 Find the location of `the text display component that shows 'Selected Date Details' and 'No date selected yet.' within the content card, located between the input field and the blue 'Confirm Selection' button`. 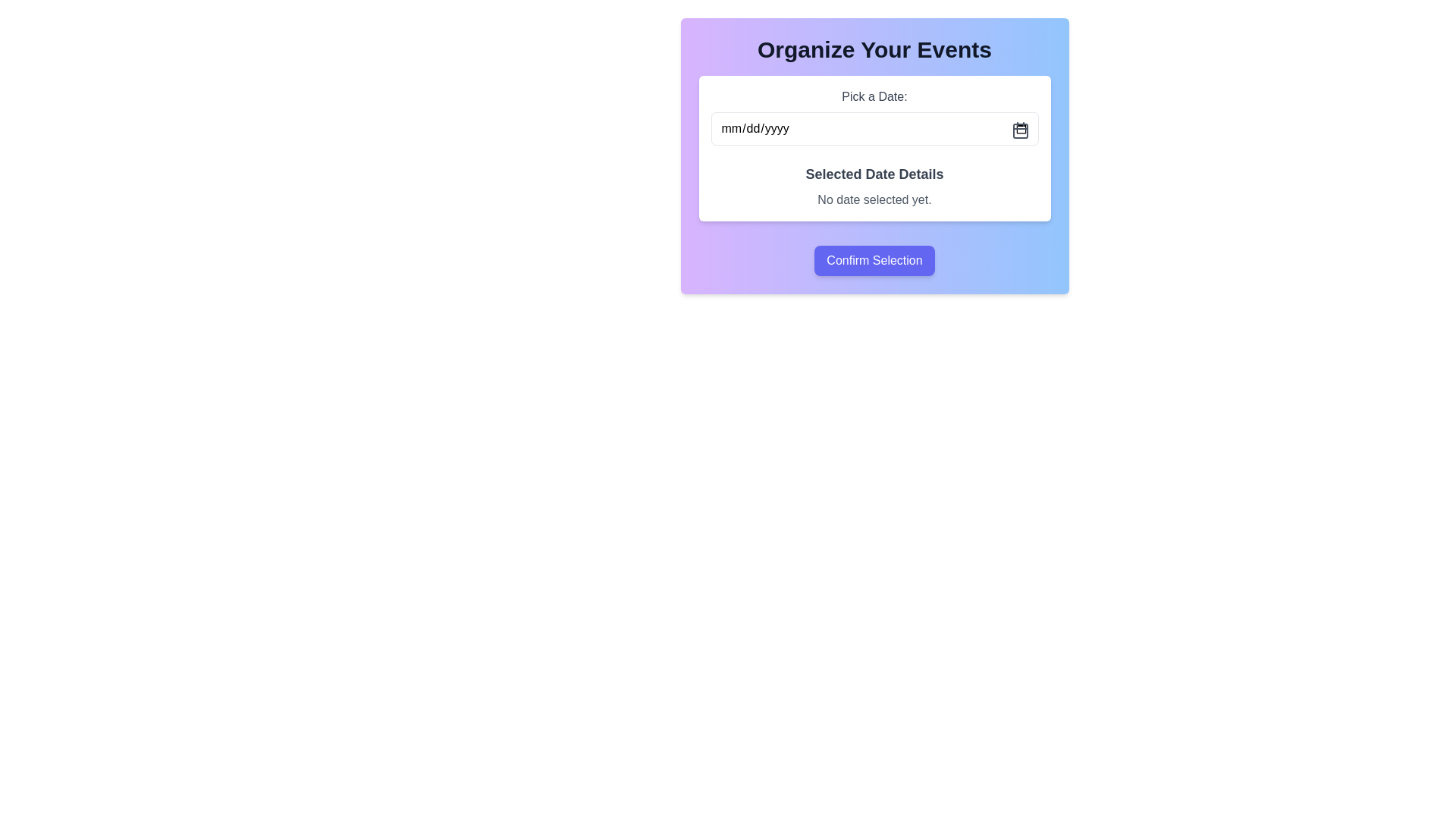

the text display component that shows 'Selected Date Details' and 'No date selected yet.' within the content card, located between the input field and the blue 'Confirm Selection' button is located at coordinates (874, 186).